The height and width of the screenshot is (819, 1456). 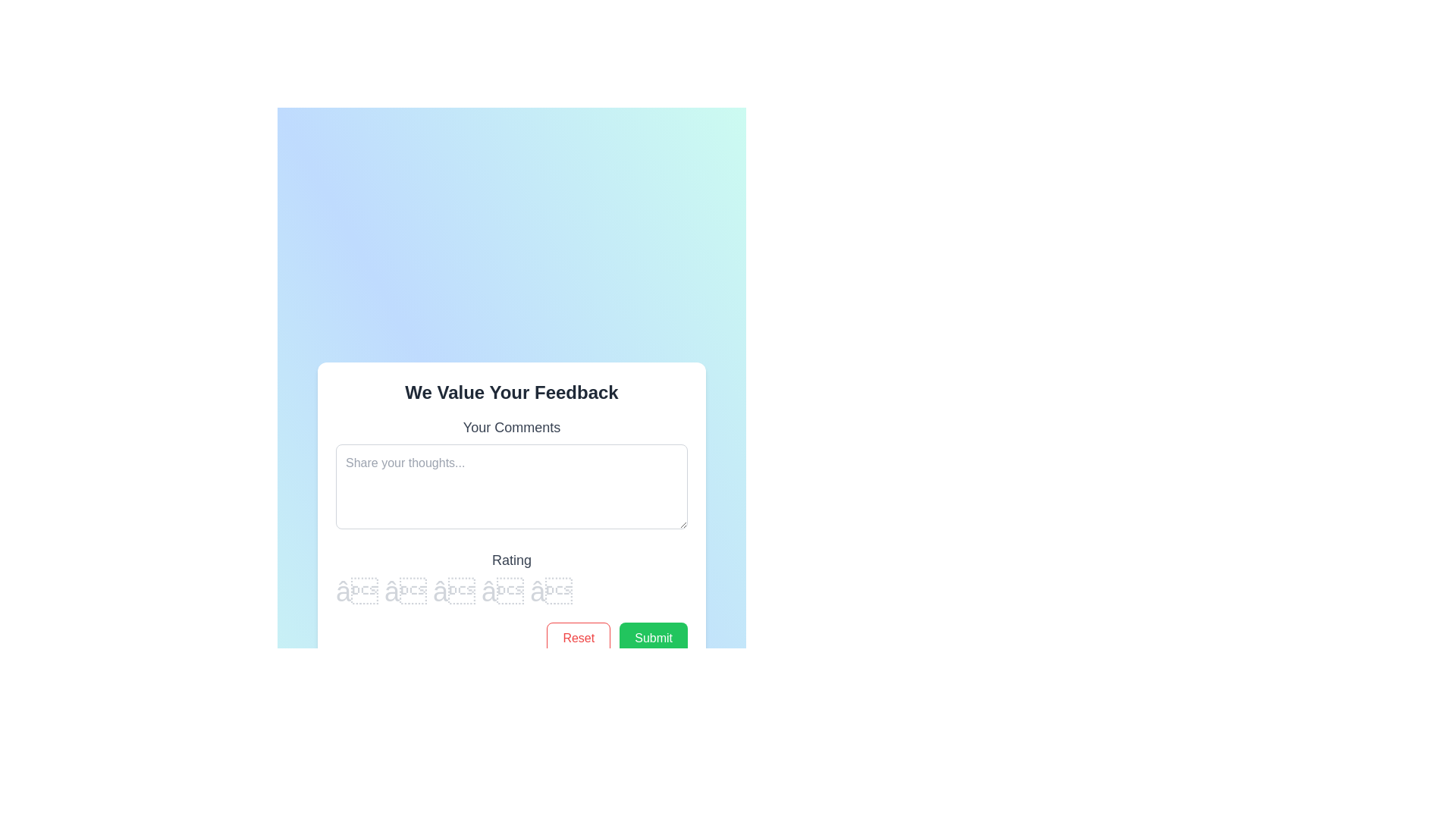 I want to click on the Star rating widget located below the 'Rating' text label in the feedback form, so click(x=512, y=590).